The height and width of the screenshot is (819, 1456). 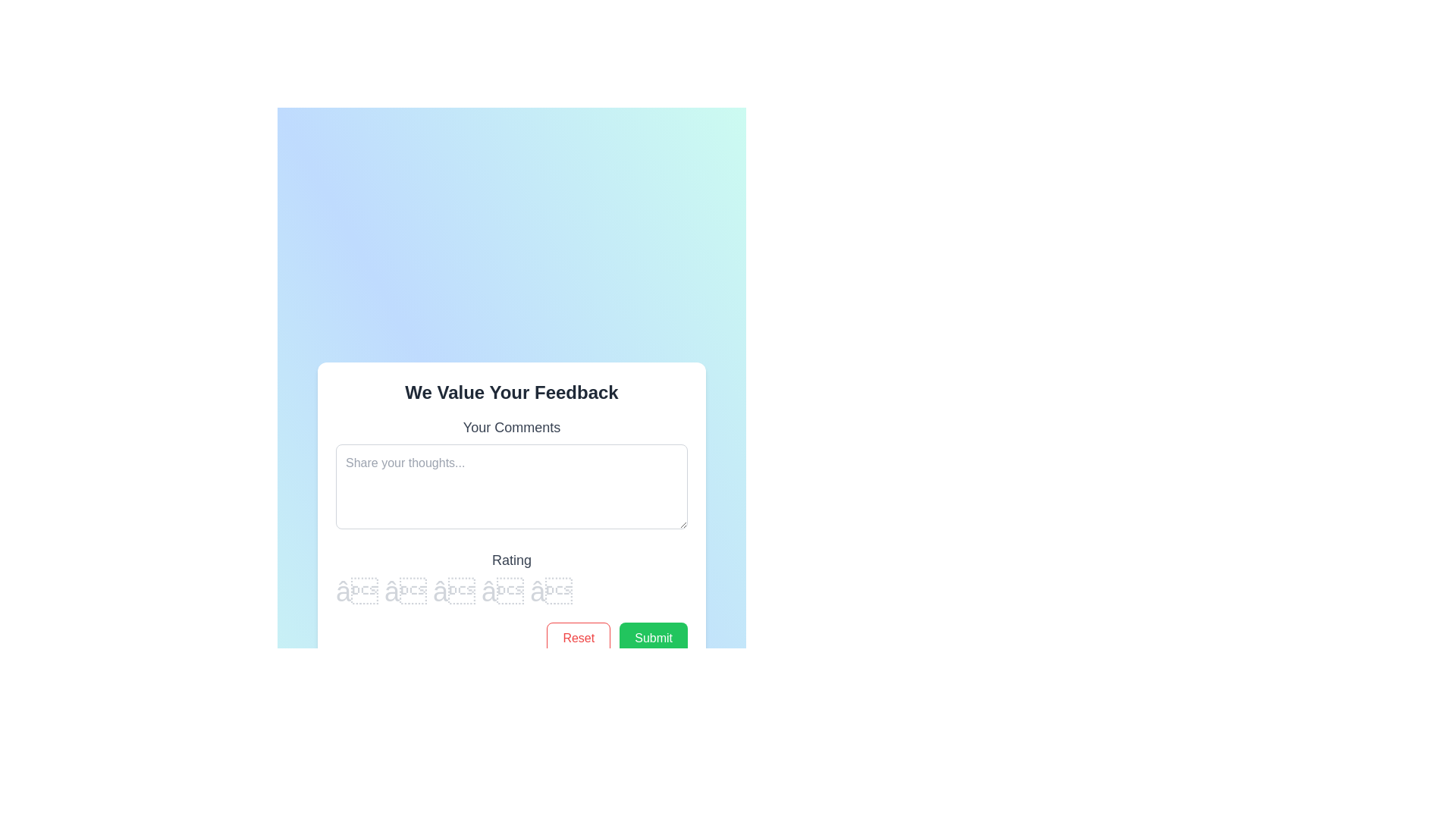 I want to click on the Star rating widget located below the 'Rating' text label in the feedback form, so click(x=512, y=590).